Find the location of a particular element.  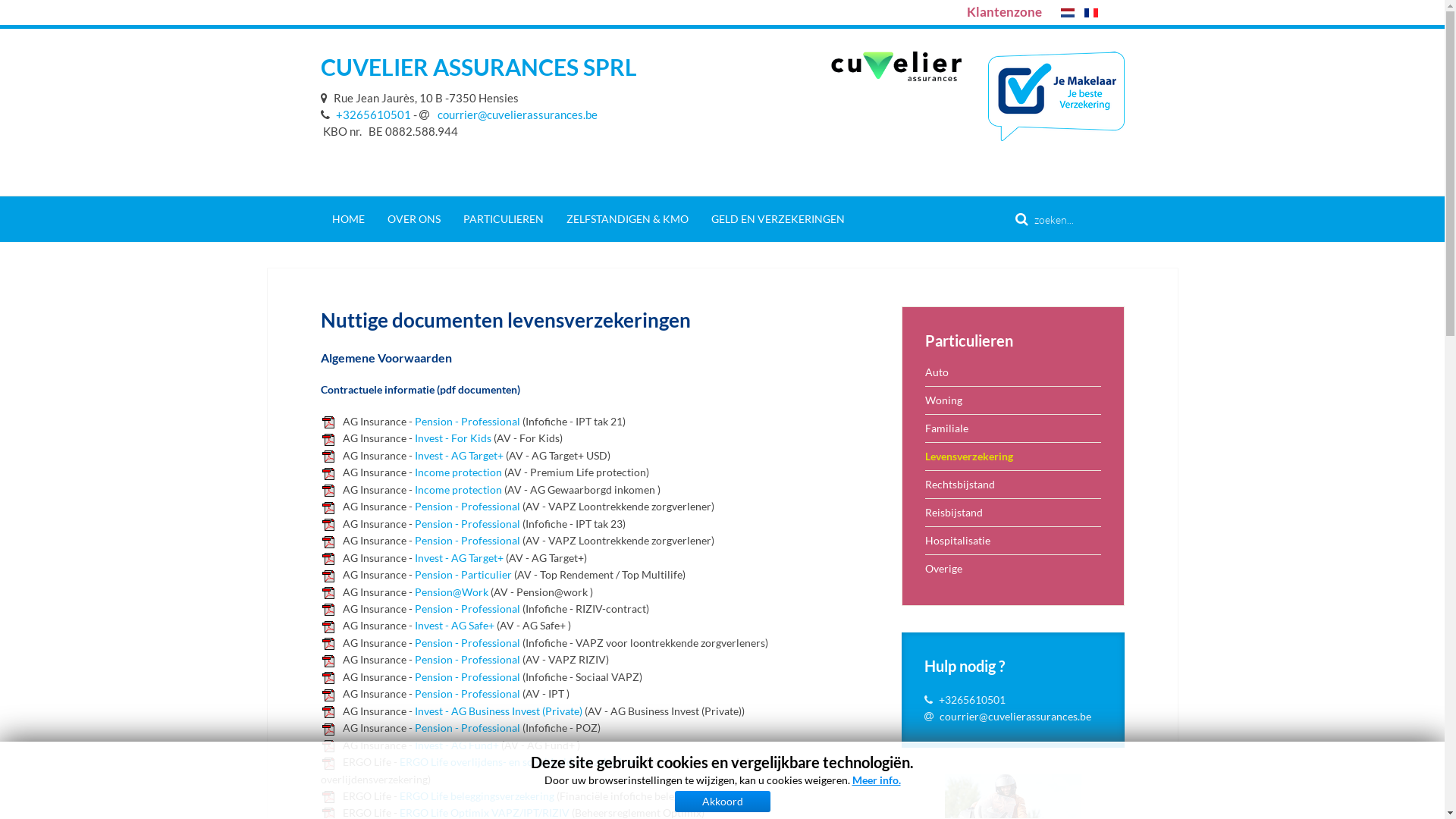

'Income protection' is located at coordinates (457, 489).